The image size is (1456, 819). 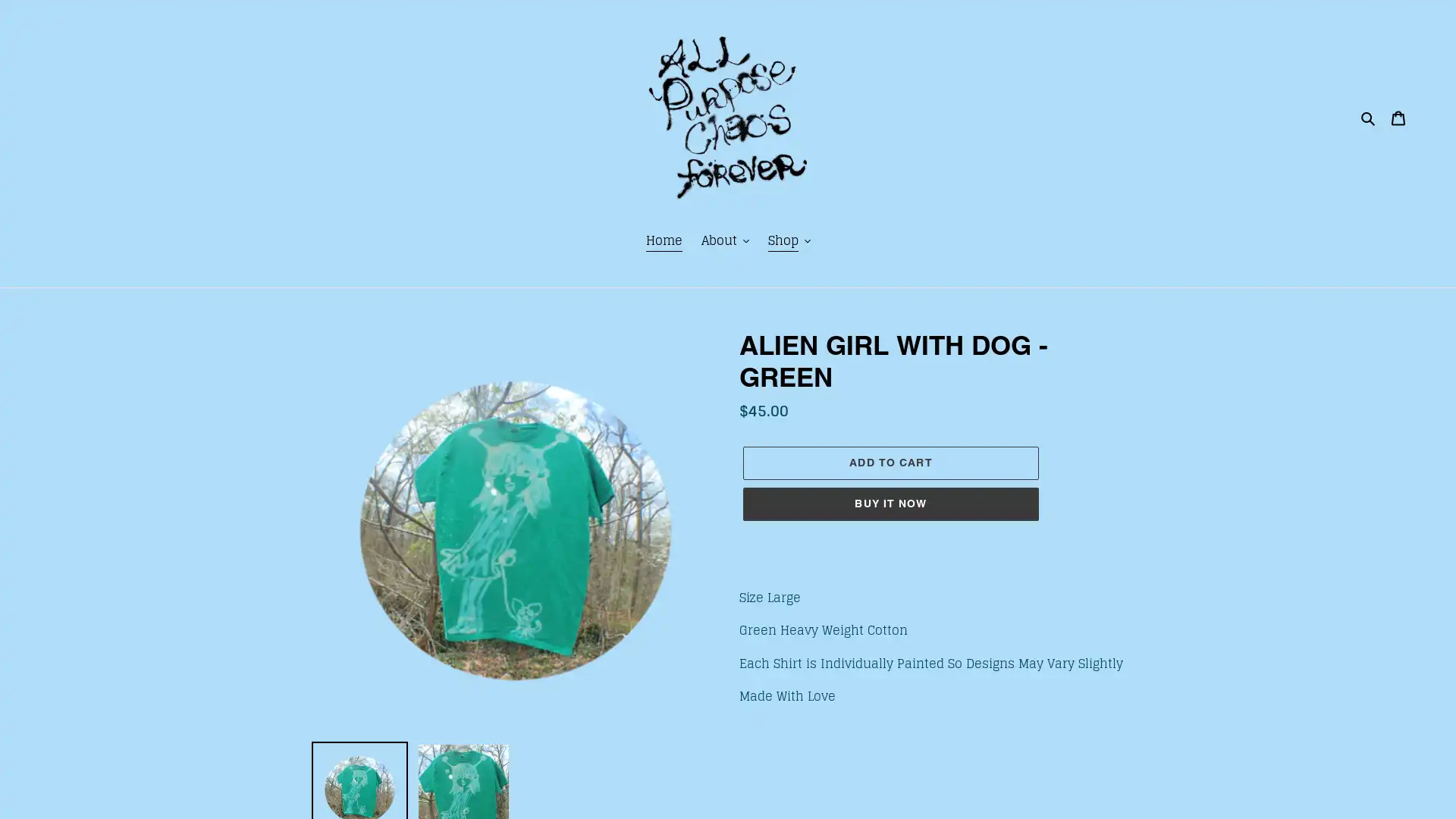 What do you see at coordinates (723, 240) in the screenshot?
I see `About` at bounding box center [723, 240].